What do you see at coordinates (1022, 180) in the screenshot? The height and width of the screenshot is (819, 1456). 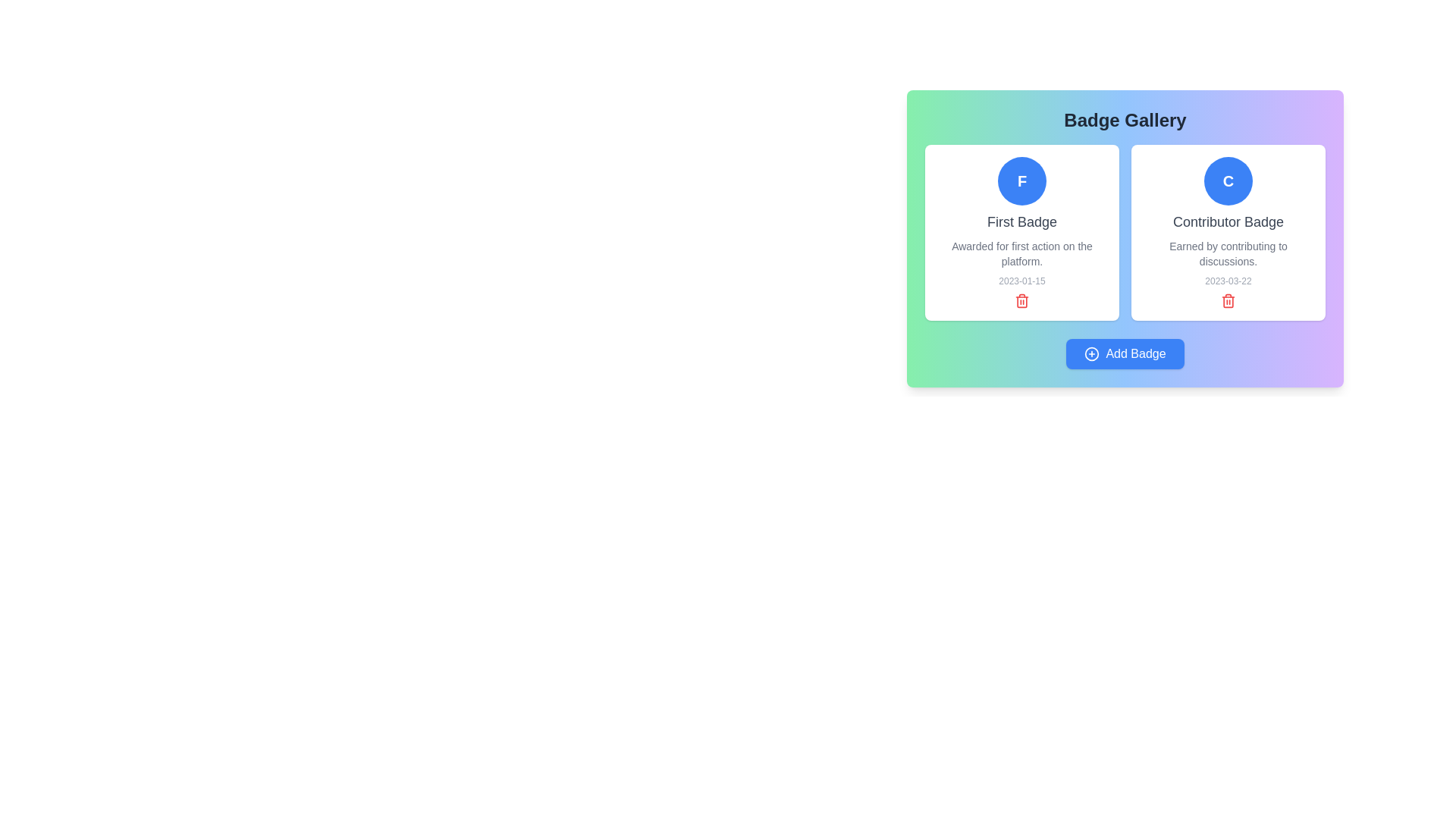 I see `the 'First Badge' located in the top-left area of the card titled 'First Badge' in the badge gallery` at bounding box center [1022, 180].